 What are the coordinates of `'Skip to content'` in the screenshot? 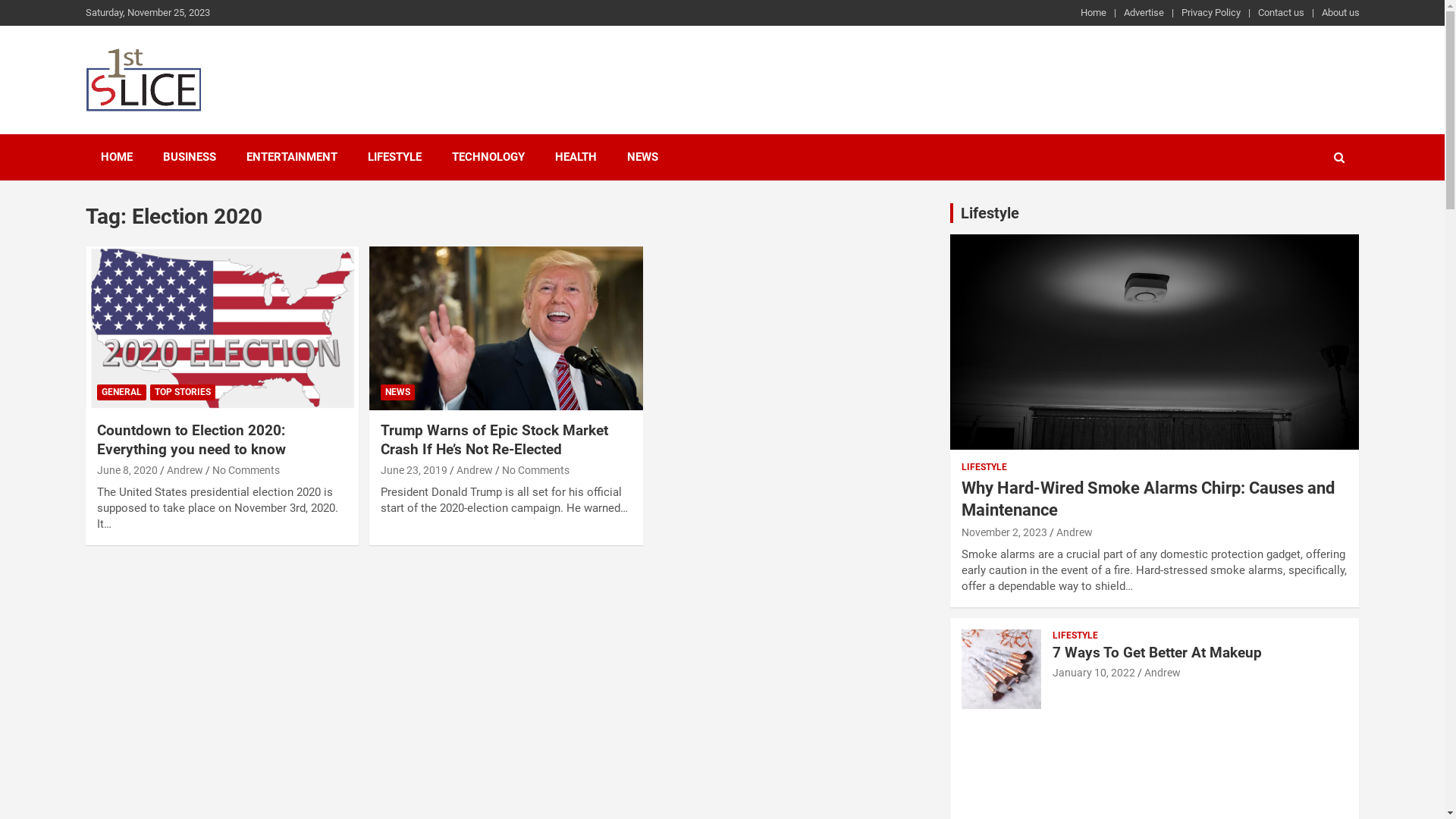 It's located at (0, 0).